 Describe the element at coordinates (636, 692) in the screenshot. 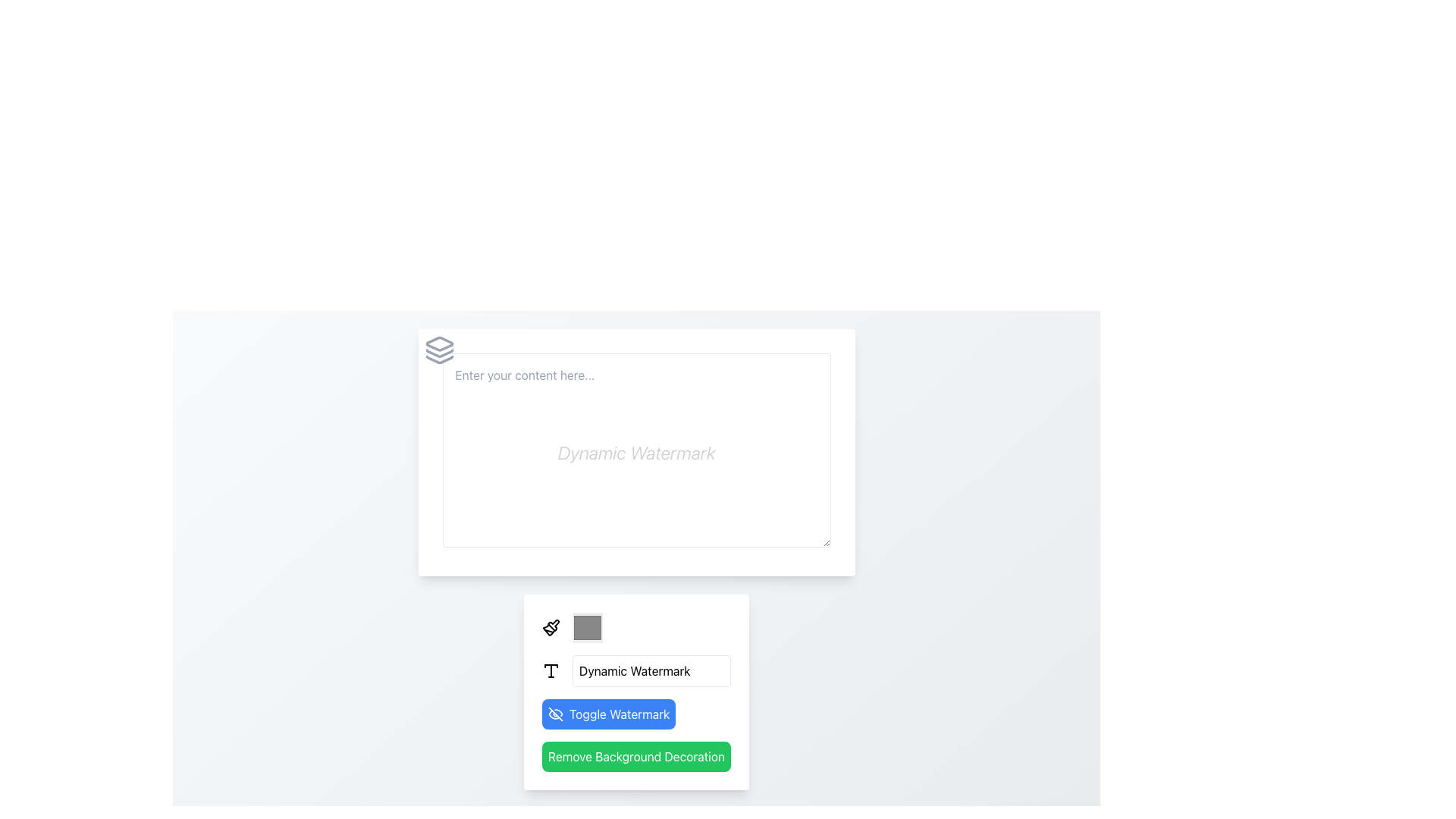

I see `the buttons in the Control panel section with rounded corners and a white background` at that location.